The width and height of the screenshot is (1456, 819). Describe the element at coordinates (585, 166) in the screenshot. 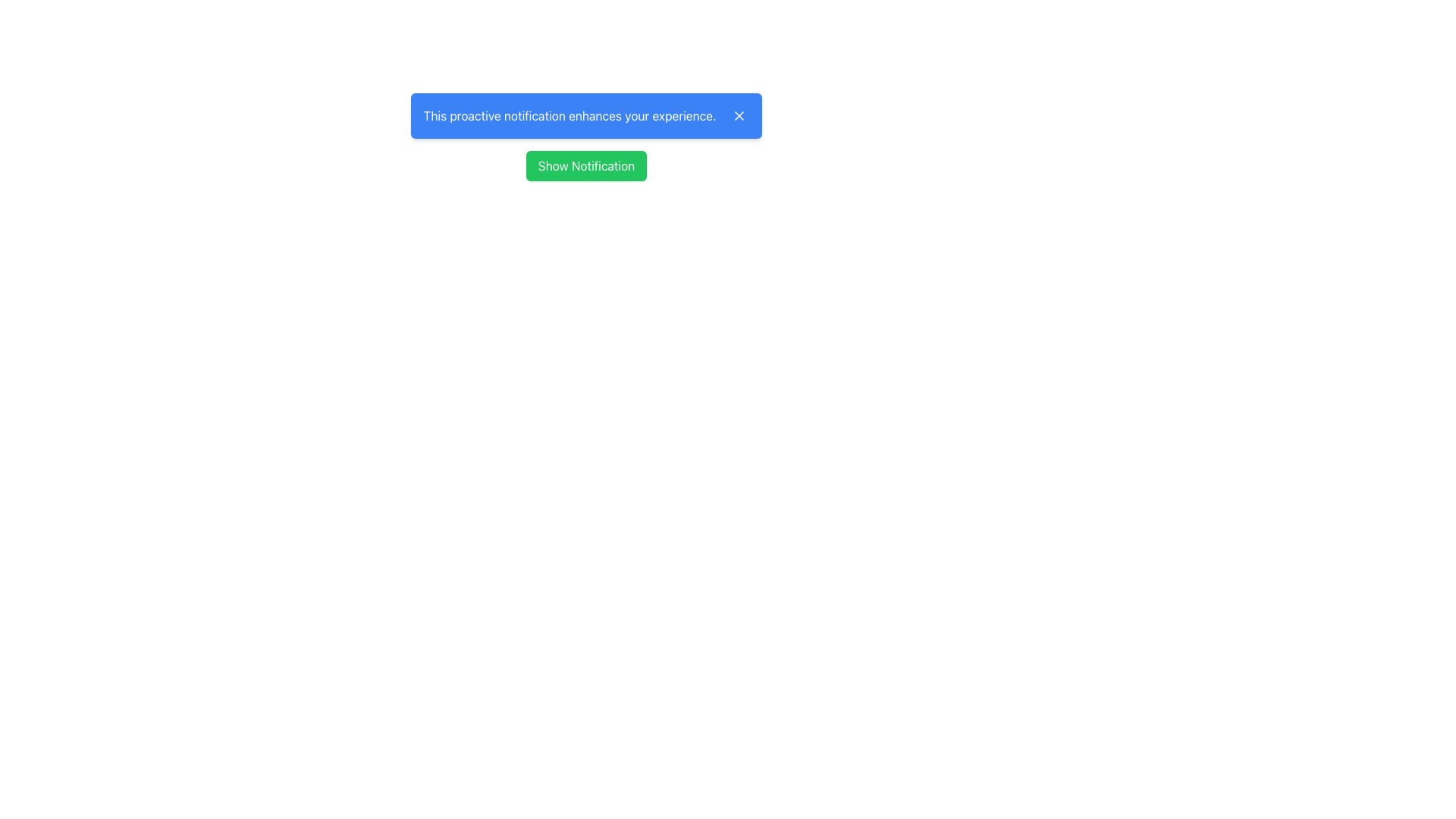

I see `the green button labeled 'Show Notification' located below the blue notification panel` at that location.